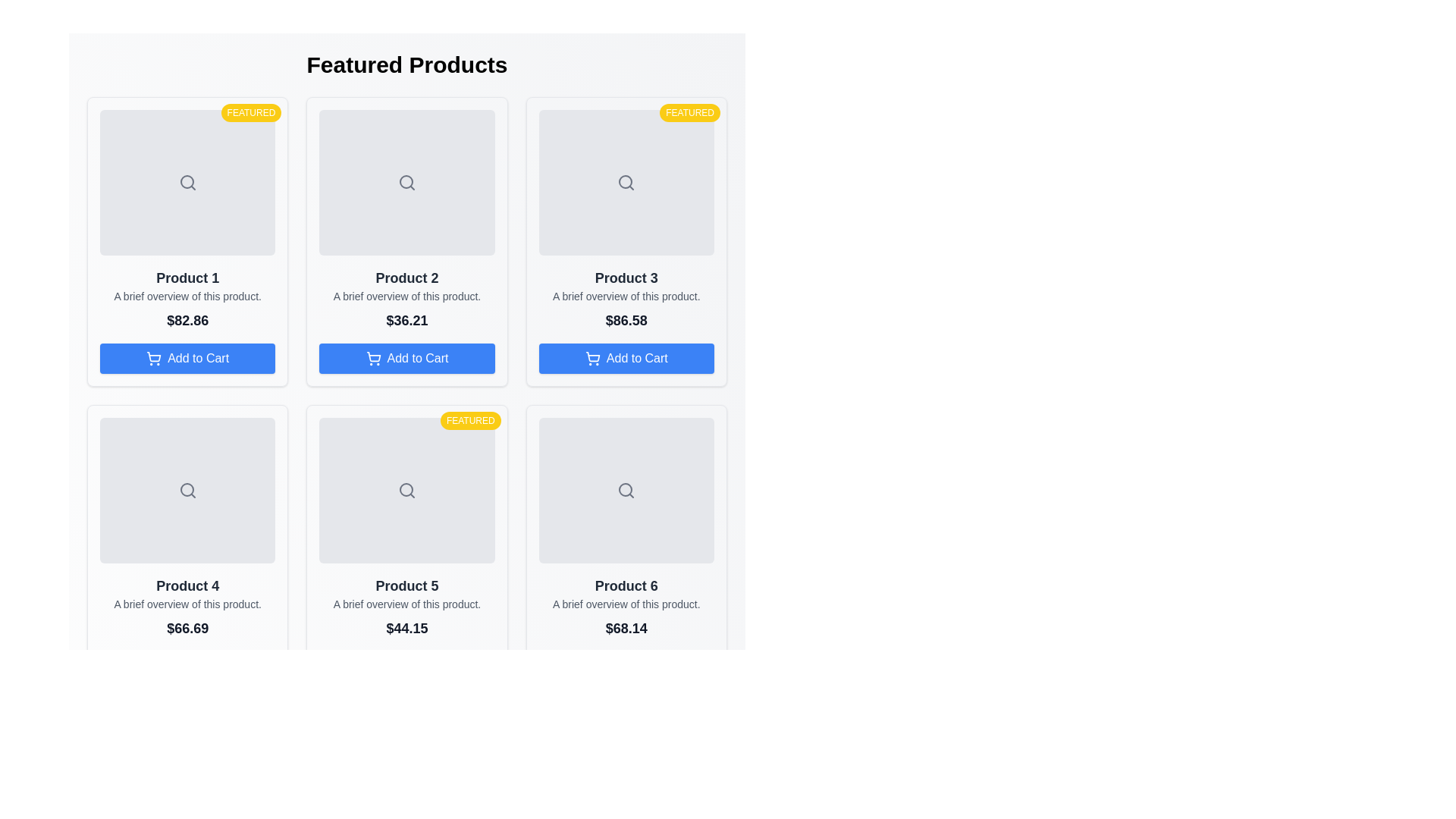 The width and height of the screenshot is (1456, 819). What do you see at coordinates (626, 278) in the screenshot?
I see `text label 'Product 3' which is styled in bold, medium-large font size and located in the third column of the first row in the product grid` at bounding box center [626, 278].